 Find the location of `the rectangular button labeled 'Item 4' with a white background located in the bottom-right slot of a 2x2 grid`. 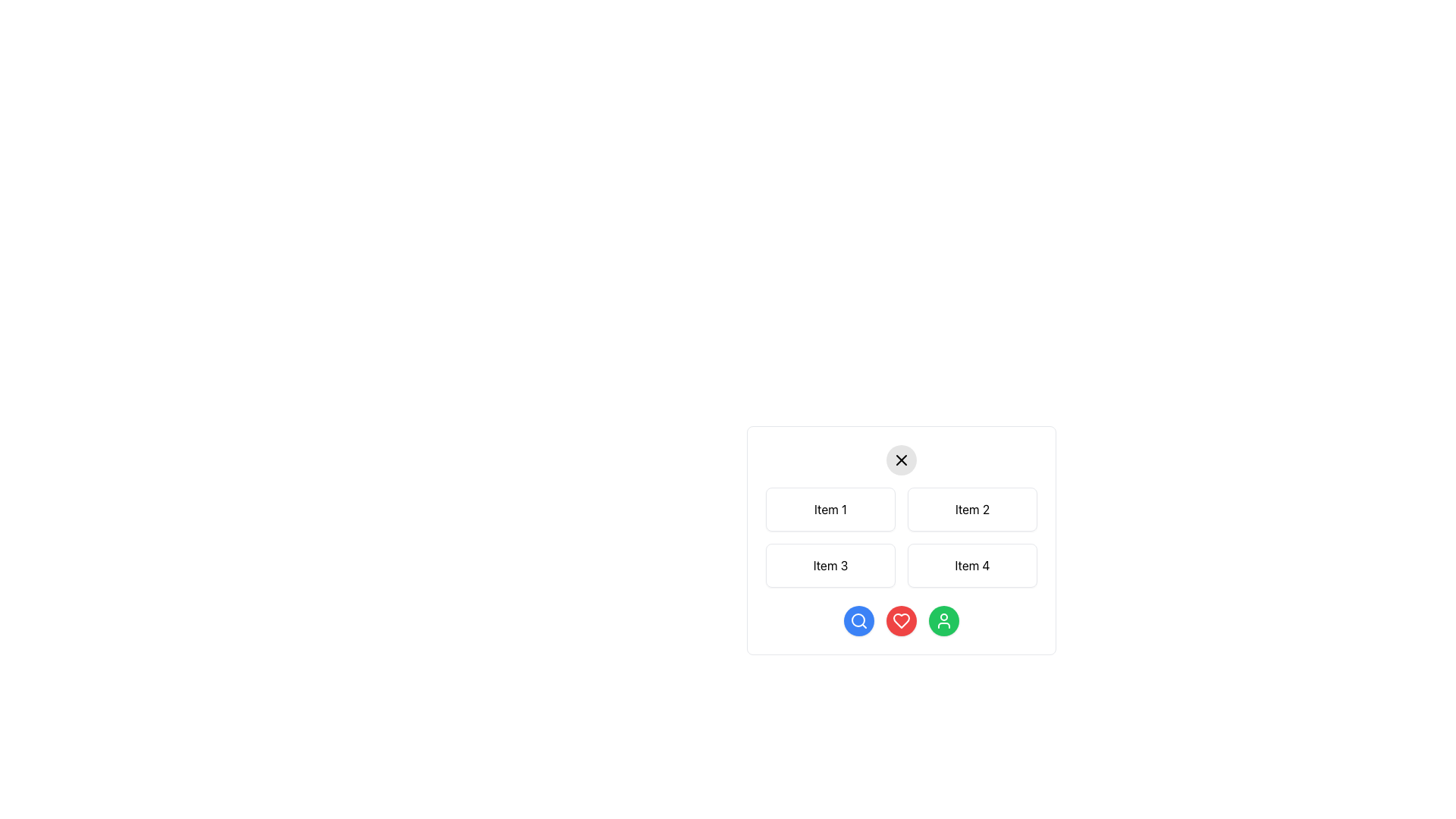

the rectangular button labeled 'Item 4' with a white background located in the bottom-right slot of a 2x2 grid is located at coordinates (972, 565).